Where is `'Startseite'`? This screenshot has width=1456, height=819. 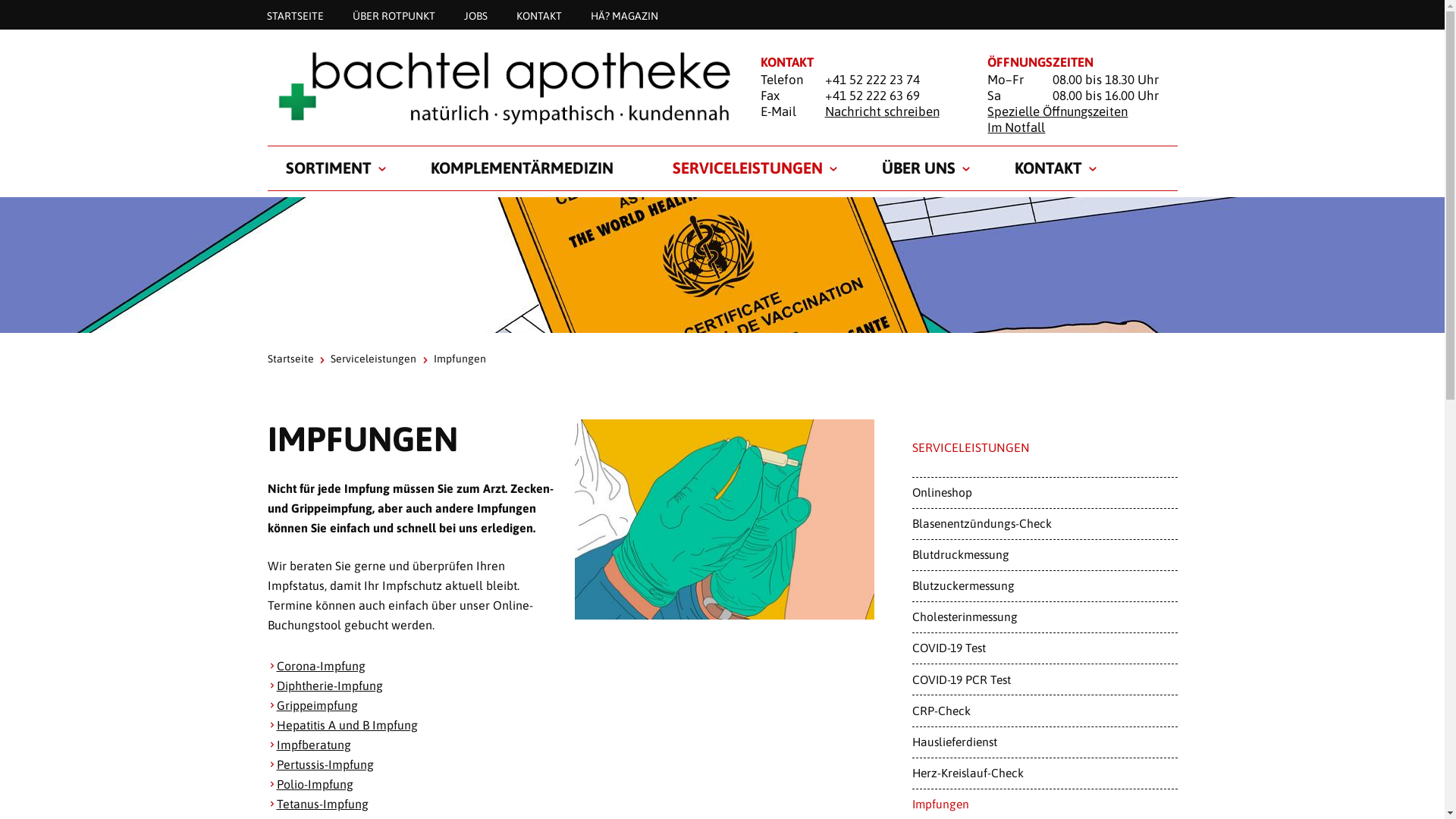
'Startseite' is located at coordinates (494, 88).